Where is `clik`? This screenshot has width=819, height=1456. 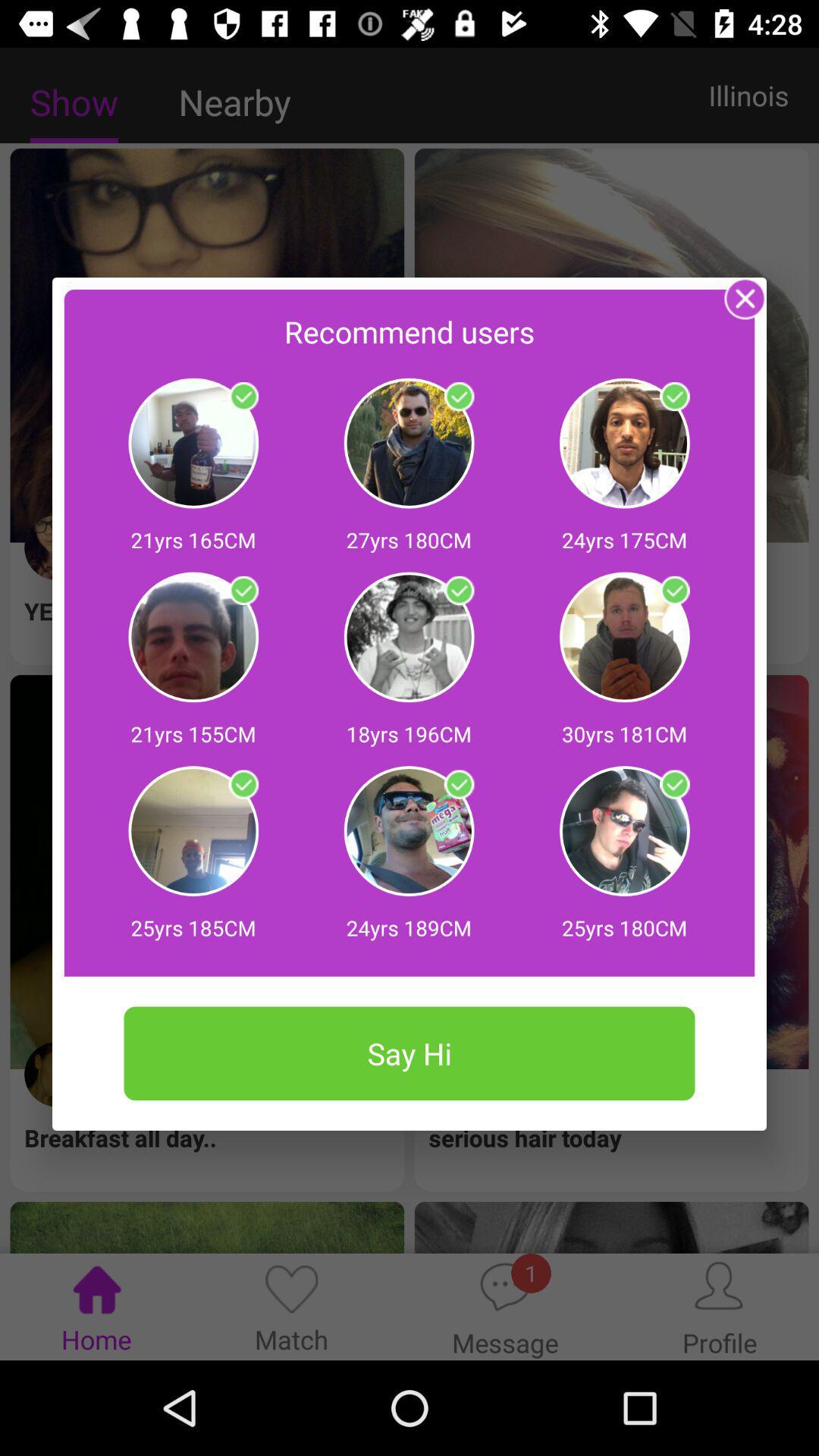
clik is located at coordinates (673, 397).